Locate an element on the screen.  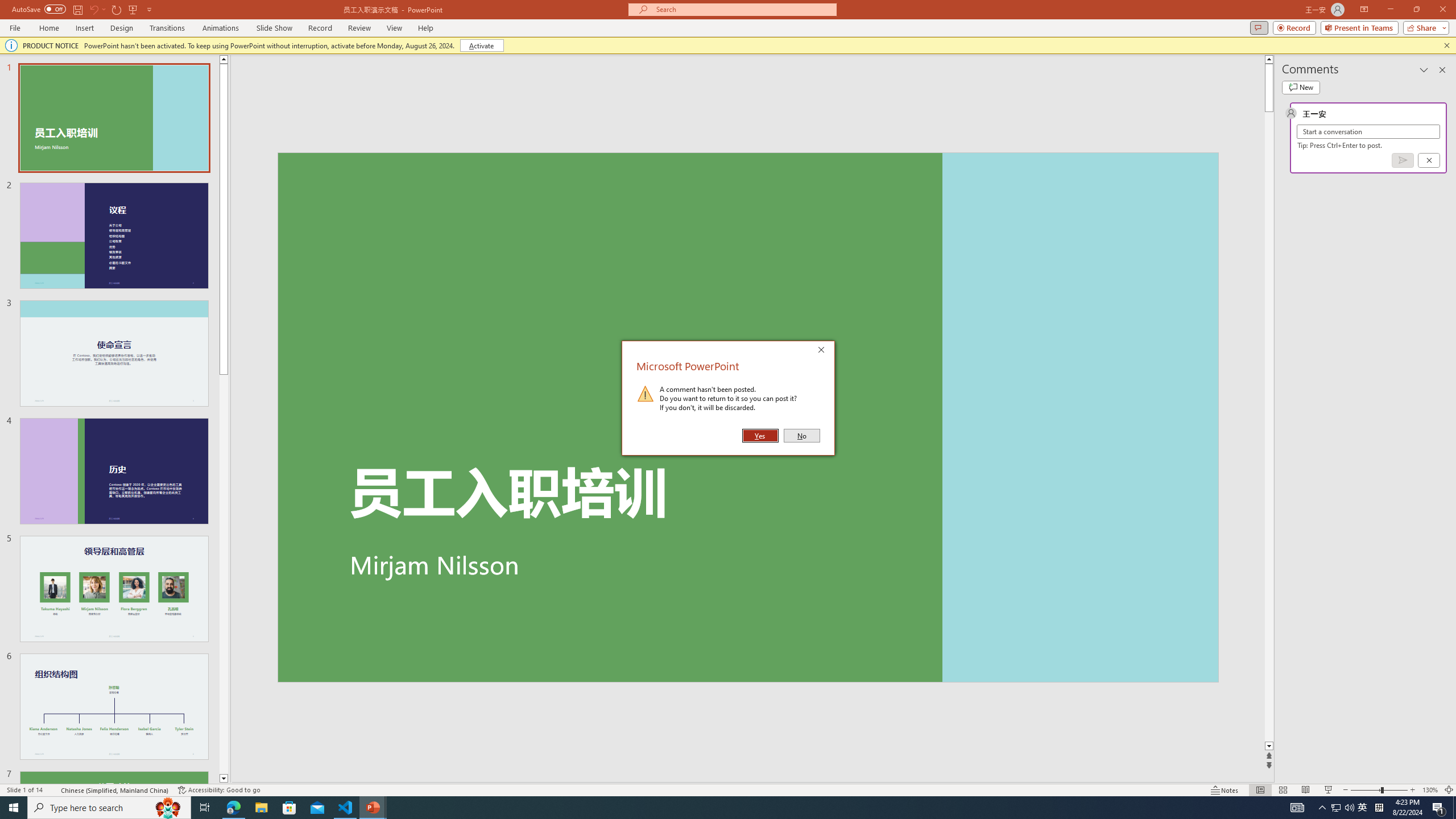
'Start a conversation' is located at coordinates (1368, 131).